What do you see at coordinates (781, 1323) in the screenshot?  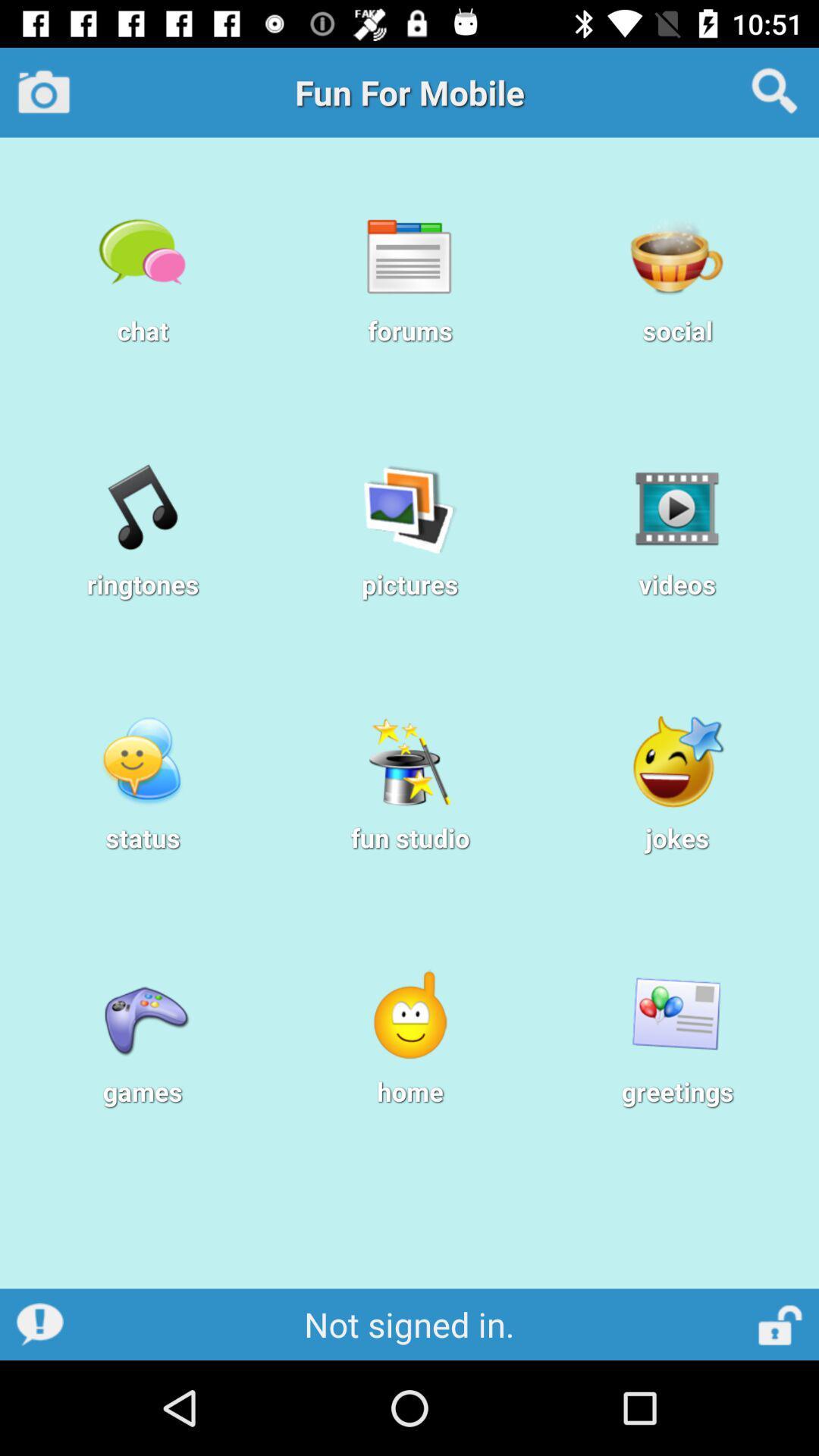 I see `page not secure` at bounding box center [781, 1323].